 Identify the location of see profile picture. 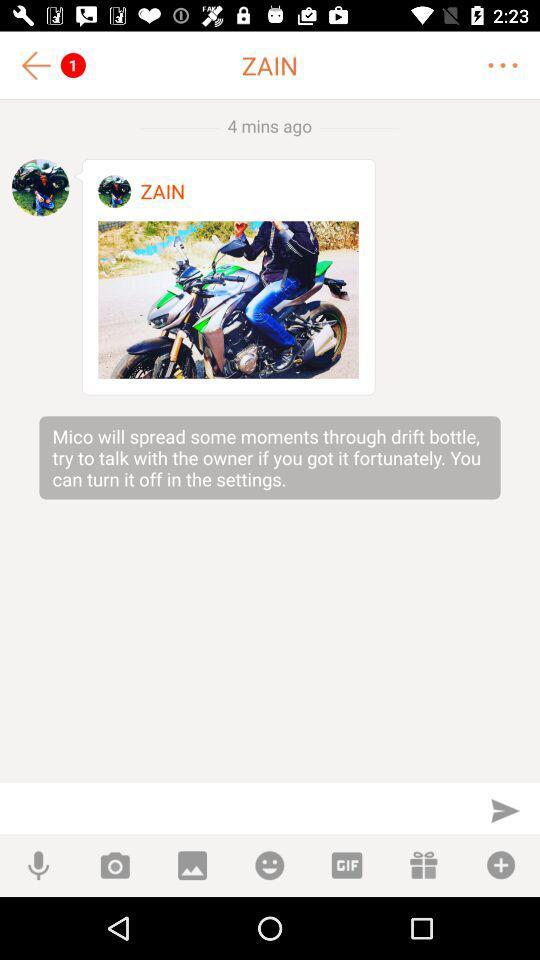
(40, 187).